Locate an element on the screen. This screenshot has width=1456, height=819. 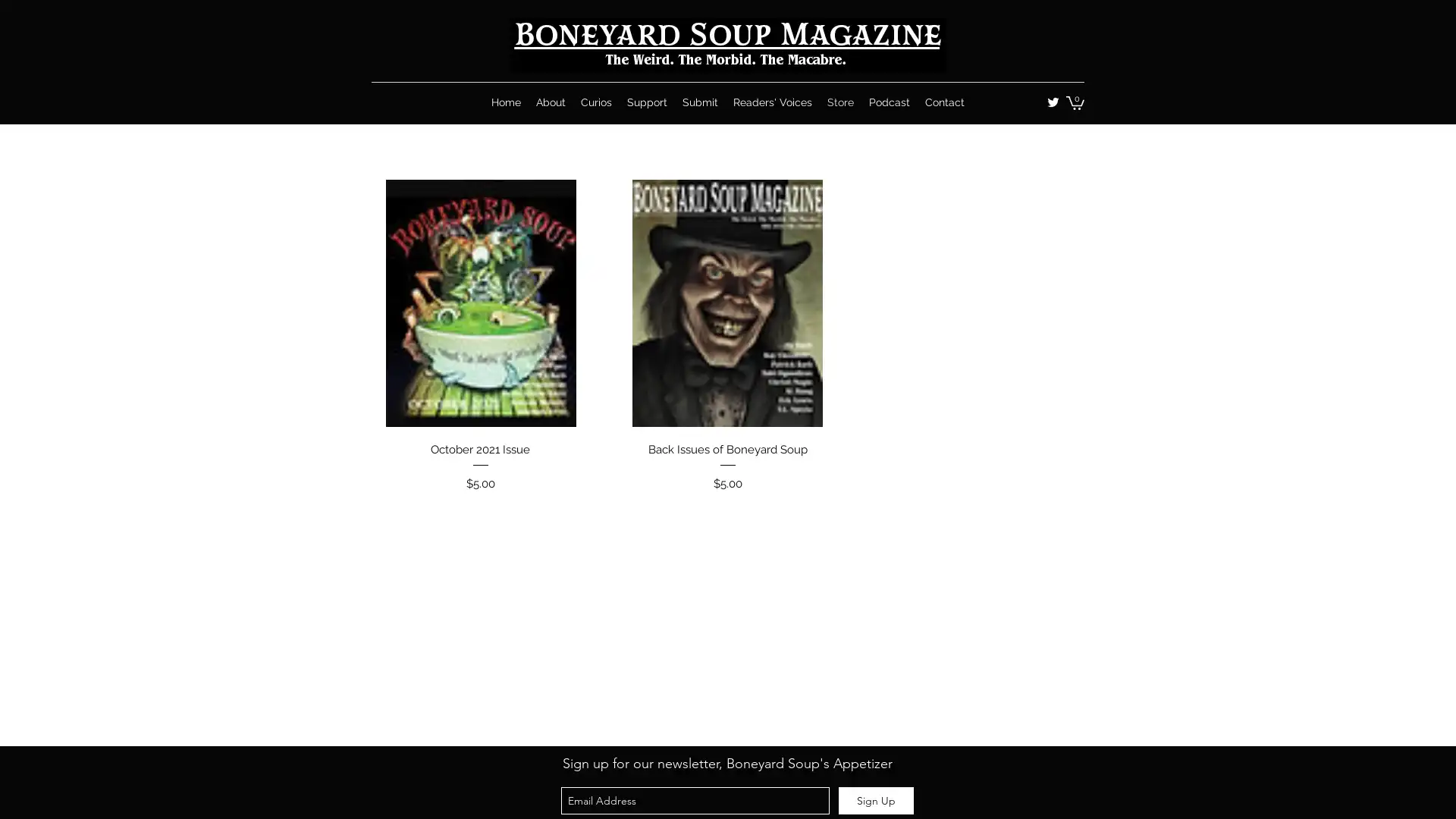
Quick View is located at coordinates (479, 444).